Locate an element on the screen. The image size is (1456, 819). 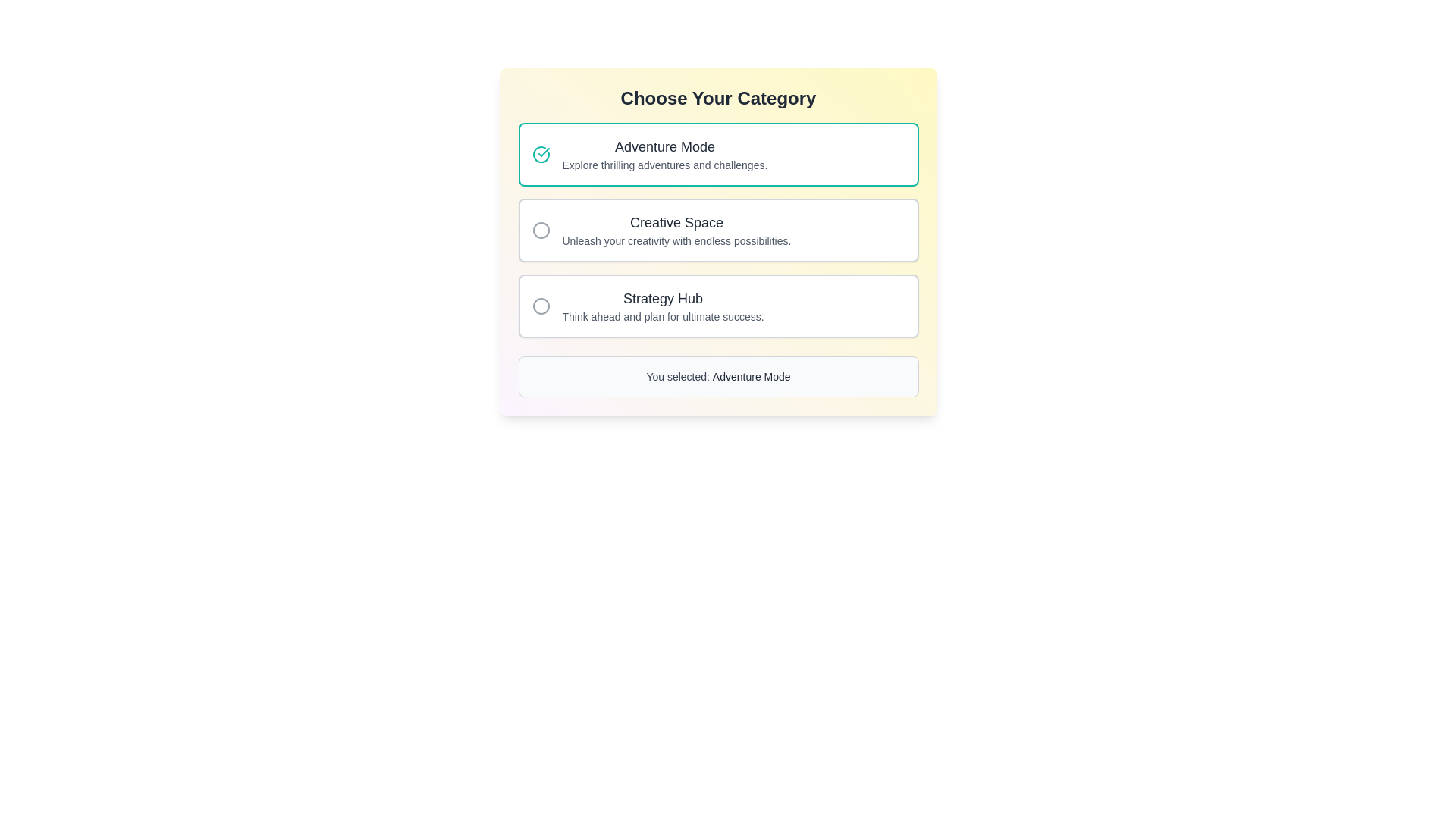
the 'Adventure Mode' selectable option, which is the first option in the 'Choose Your Category' stack, featuring a teal checkmark icon and bold title is located at coordinates (717, 155).